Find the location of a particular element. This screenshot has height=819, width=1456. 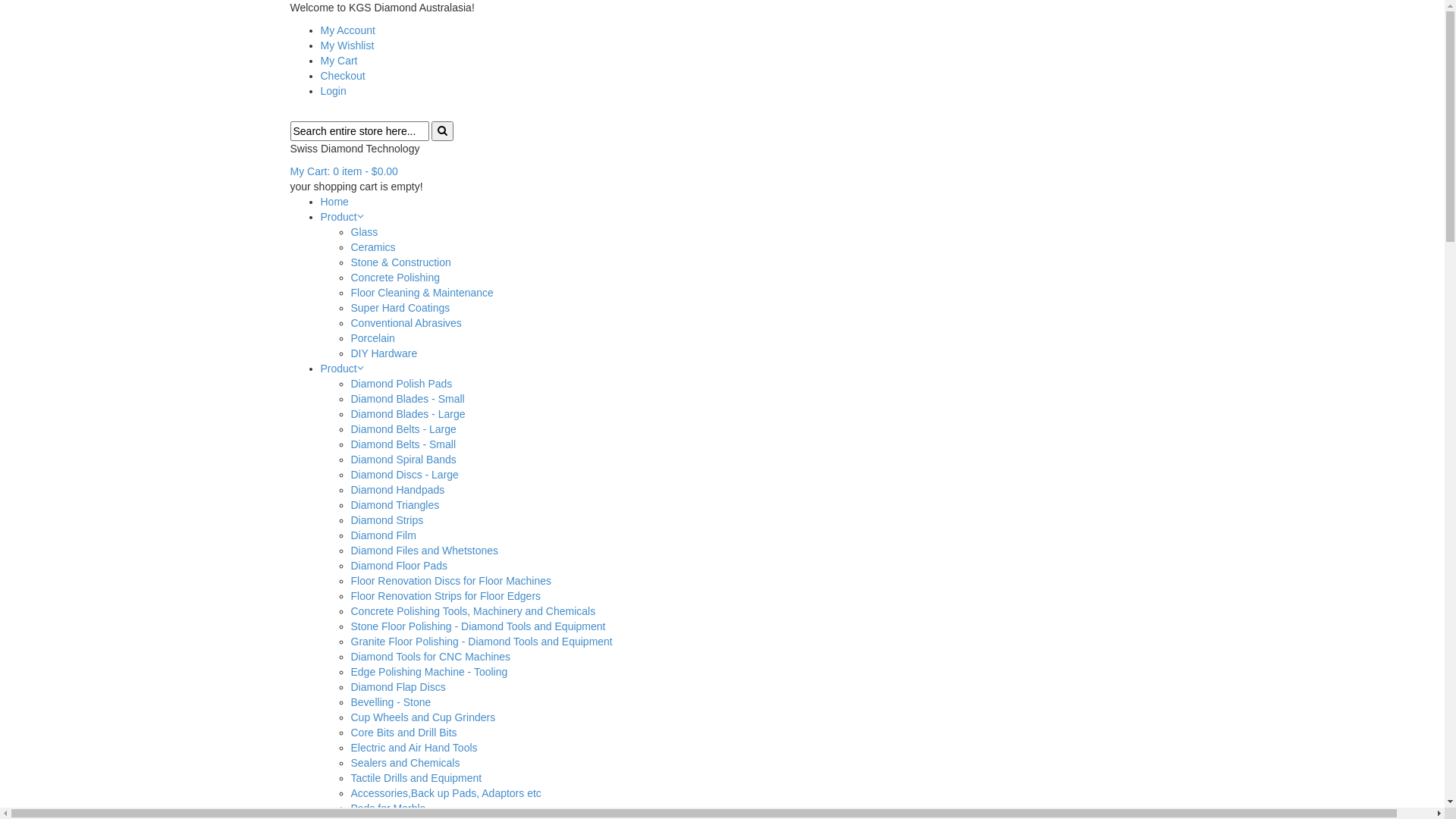

'Search' is located at coordinates (441, 130).